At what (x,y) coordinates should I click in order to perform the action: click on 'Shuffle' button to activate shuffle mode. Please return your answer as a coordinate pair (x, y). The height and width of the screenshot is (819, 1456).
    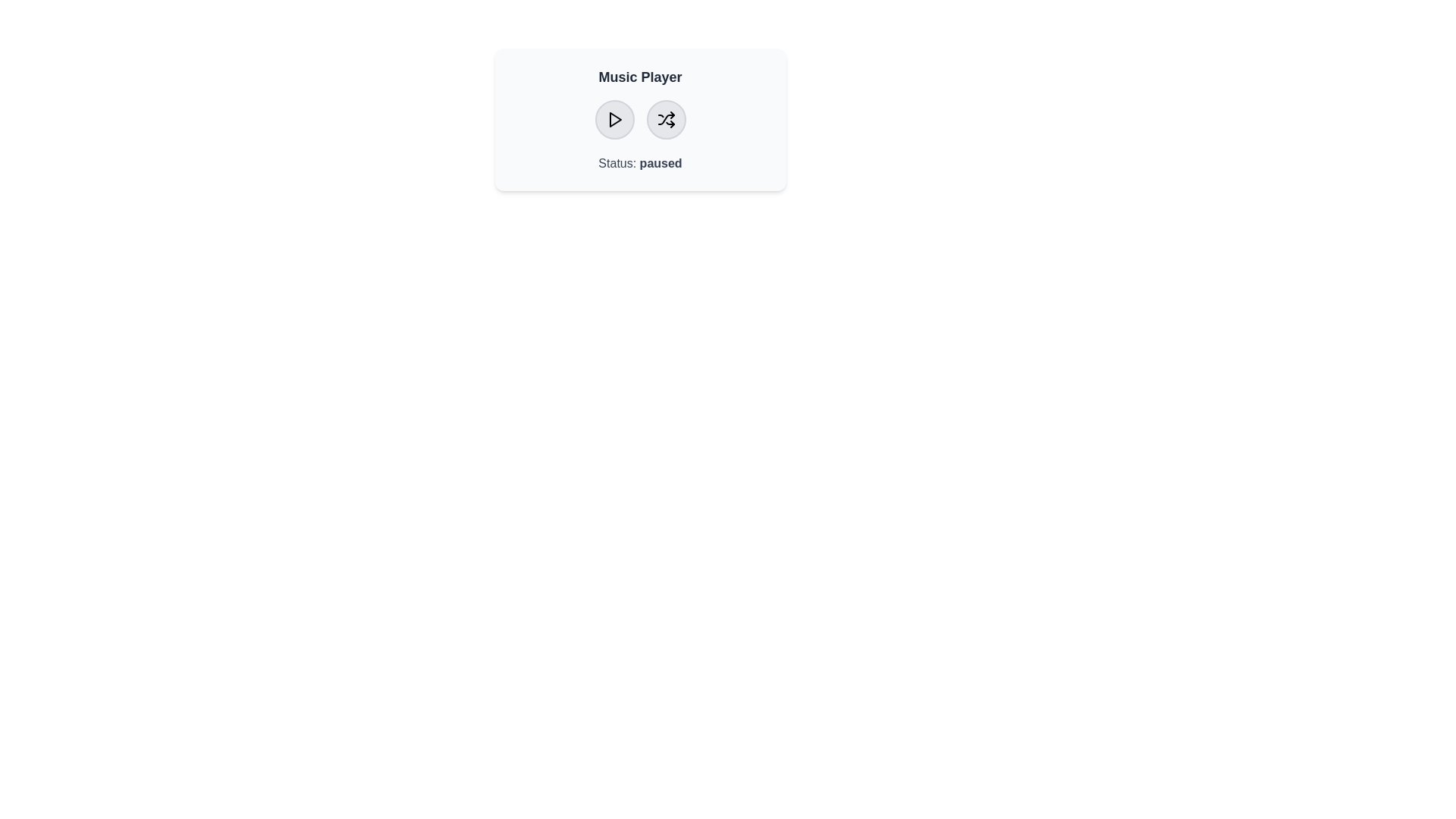
    Looking at the image, I should click on (666, 119).